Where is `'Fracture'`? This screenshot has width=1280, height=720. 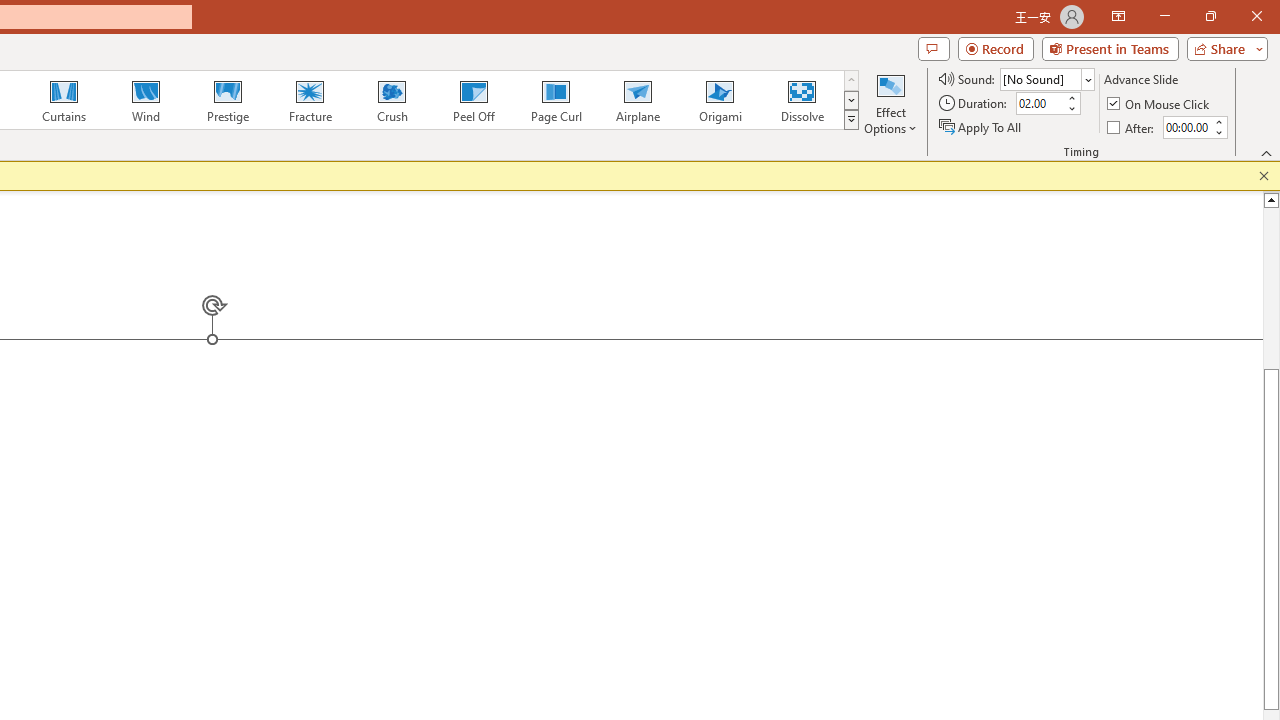
'Fracture' is located at coordinates (308, 100).